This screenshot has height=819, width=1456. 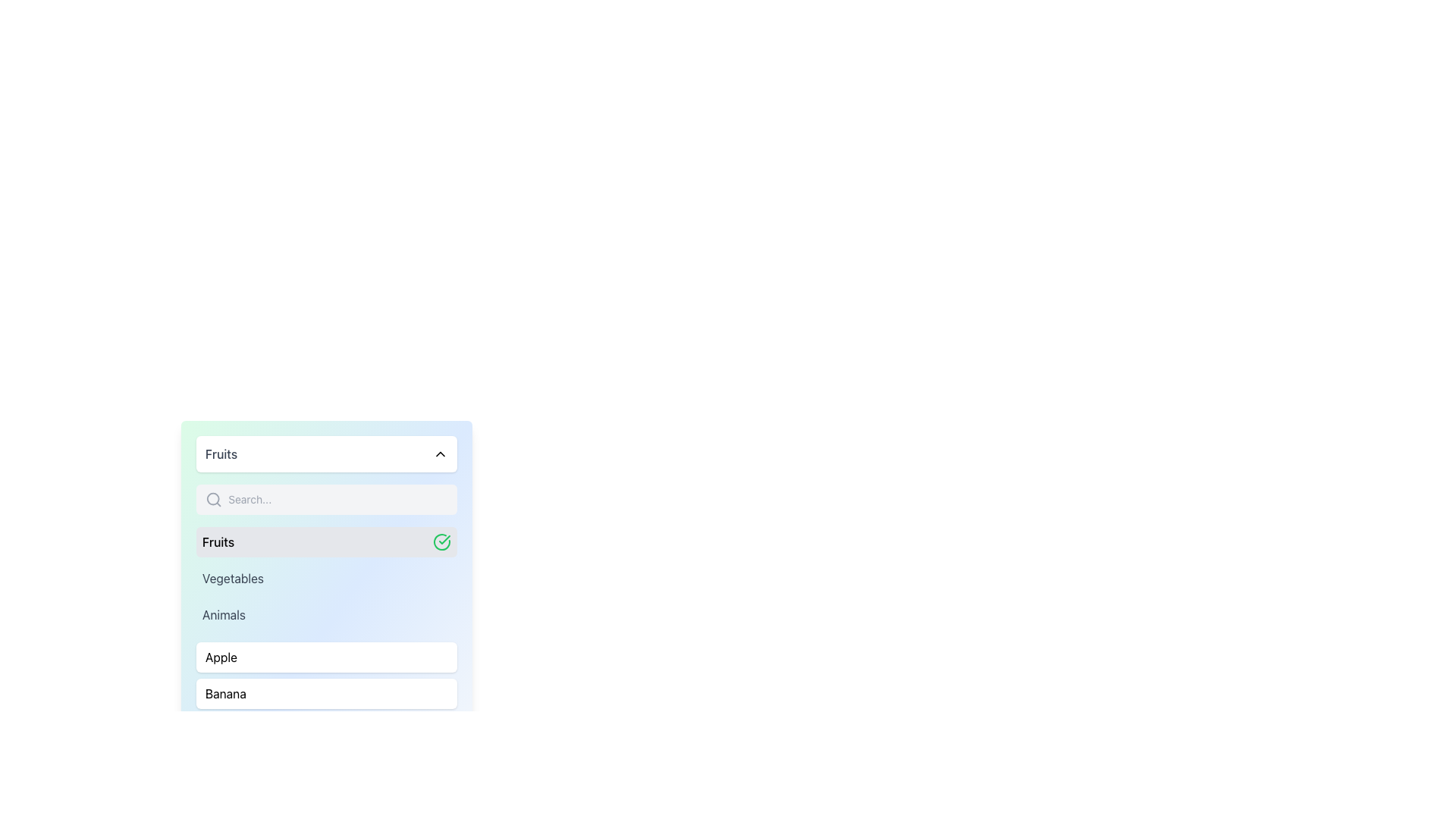 I want to click on the 'Fruits' text label in the upper portion of the dropdown menu, located in the left segment next to an icon and a decorative chevron, so click(x=221, y=453).